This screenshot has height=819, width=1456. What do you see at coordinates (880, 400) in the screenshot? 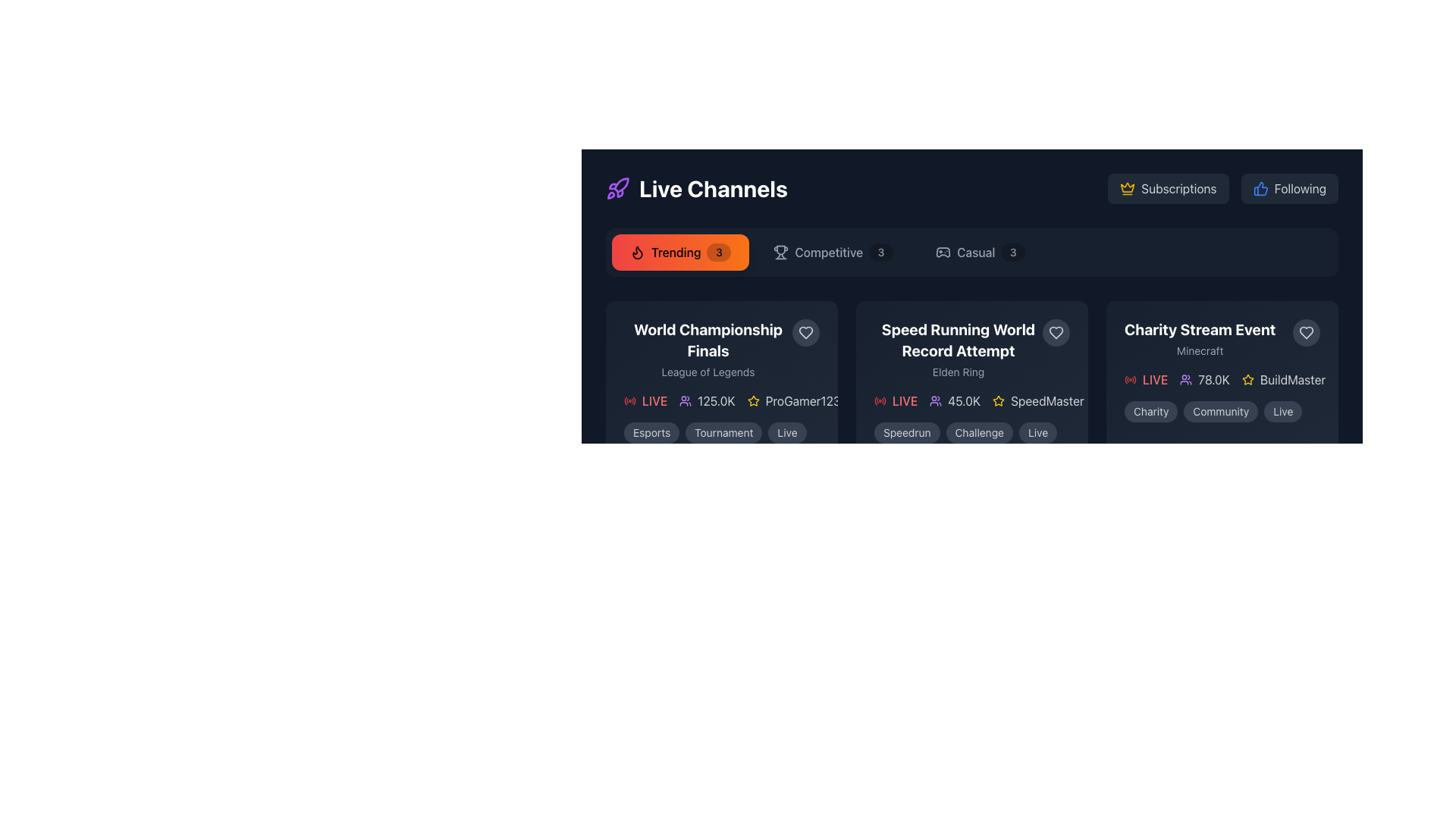
I see `the radio signal icon with a red pulsating animation located to the left of the 'LIVE' text in the first card of the interface` at bounding box center [880, 400].